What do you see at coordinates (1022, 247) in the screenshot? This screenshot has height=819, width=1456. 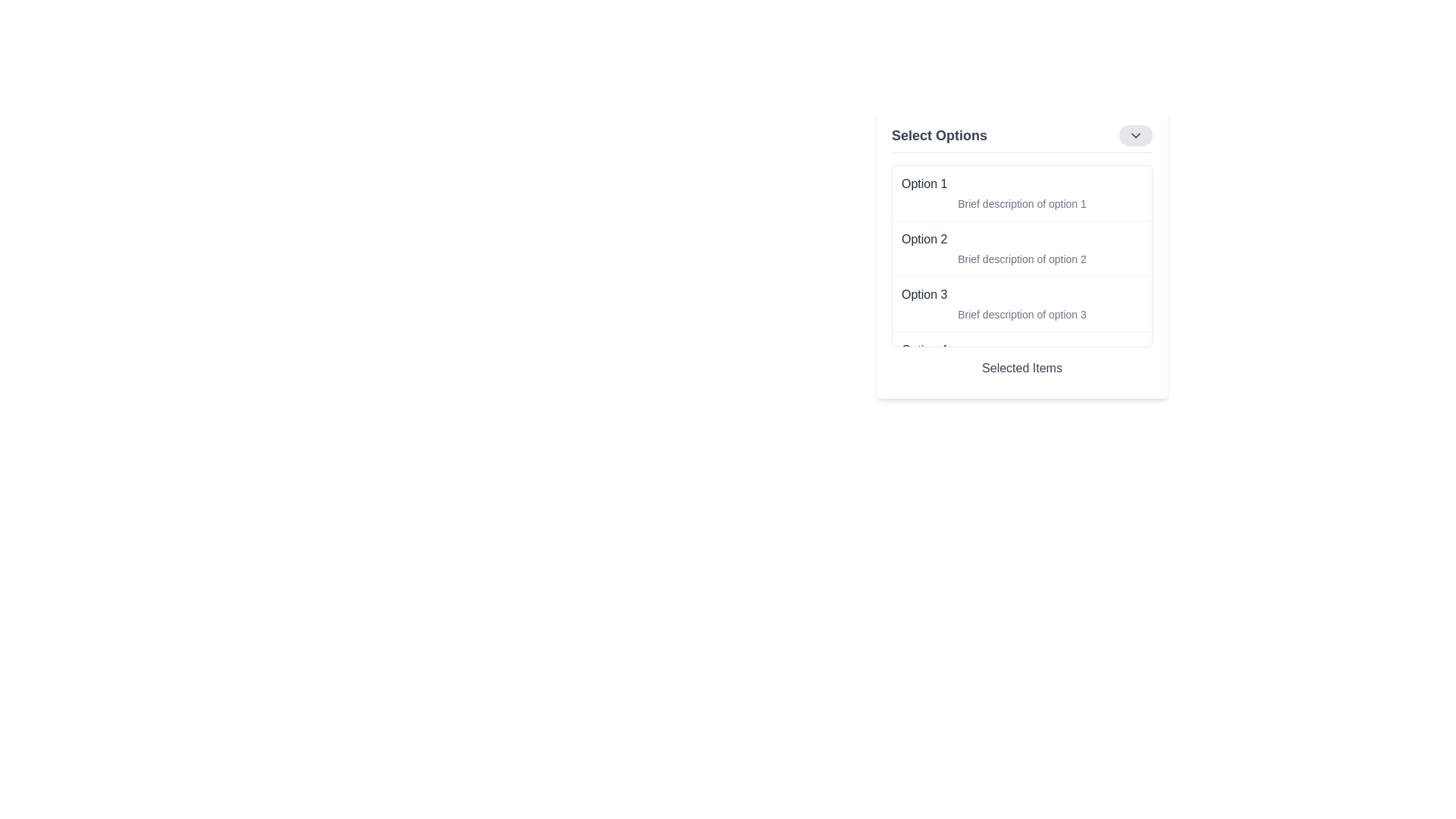 I see `the second item in the list, labeled 'Option 2'` at bounding box center [1022, 247].